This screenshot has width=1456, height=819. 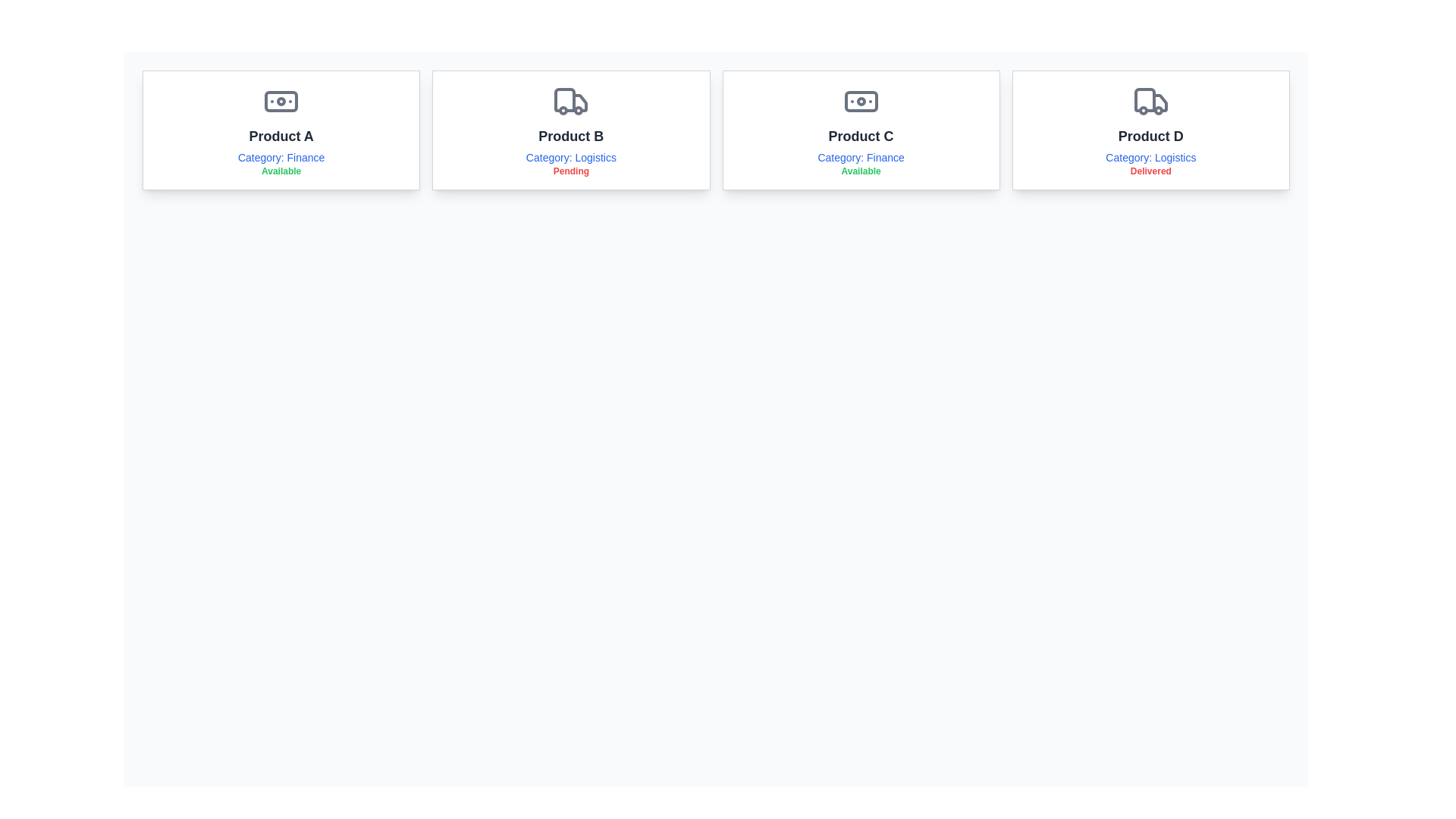 I want to click on the primary body of the truck icon, which is a rounded rectangular shape in grayscale, located in the card labeled 'Product D', so click(x=1144, y=99).